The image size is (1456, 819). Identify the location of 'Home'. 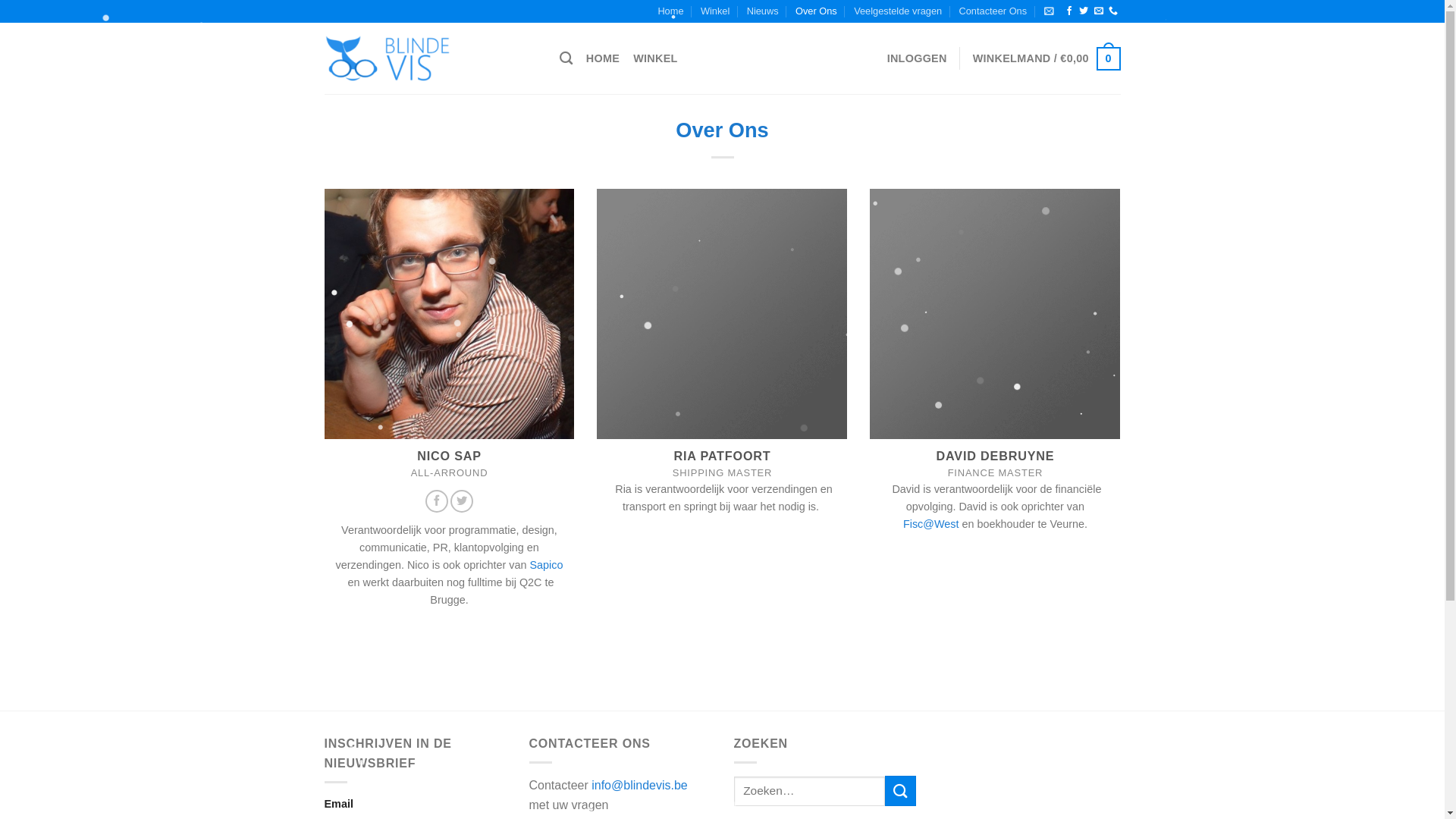
(669, 11).